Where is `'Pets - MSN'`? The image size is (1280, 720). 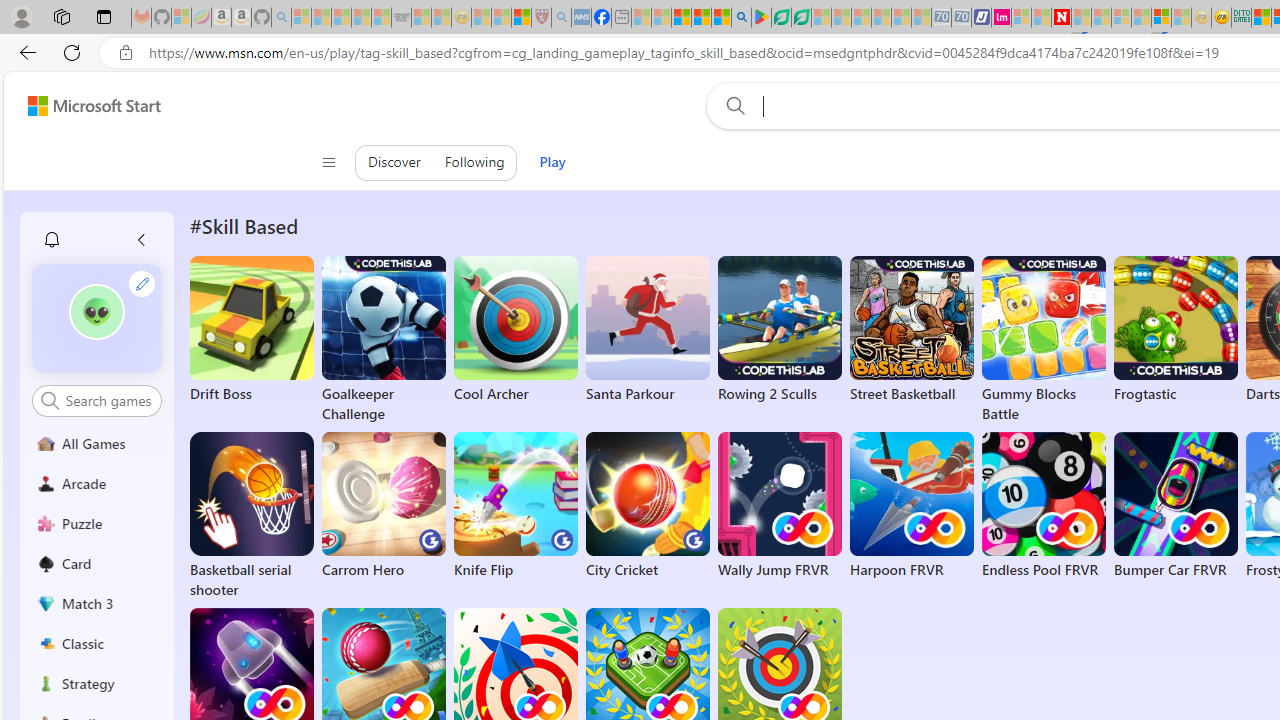 'Pets - MSN' is located at coordinates (701, 17).